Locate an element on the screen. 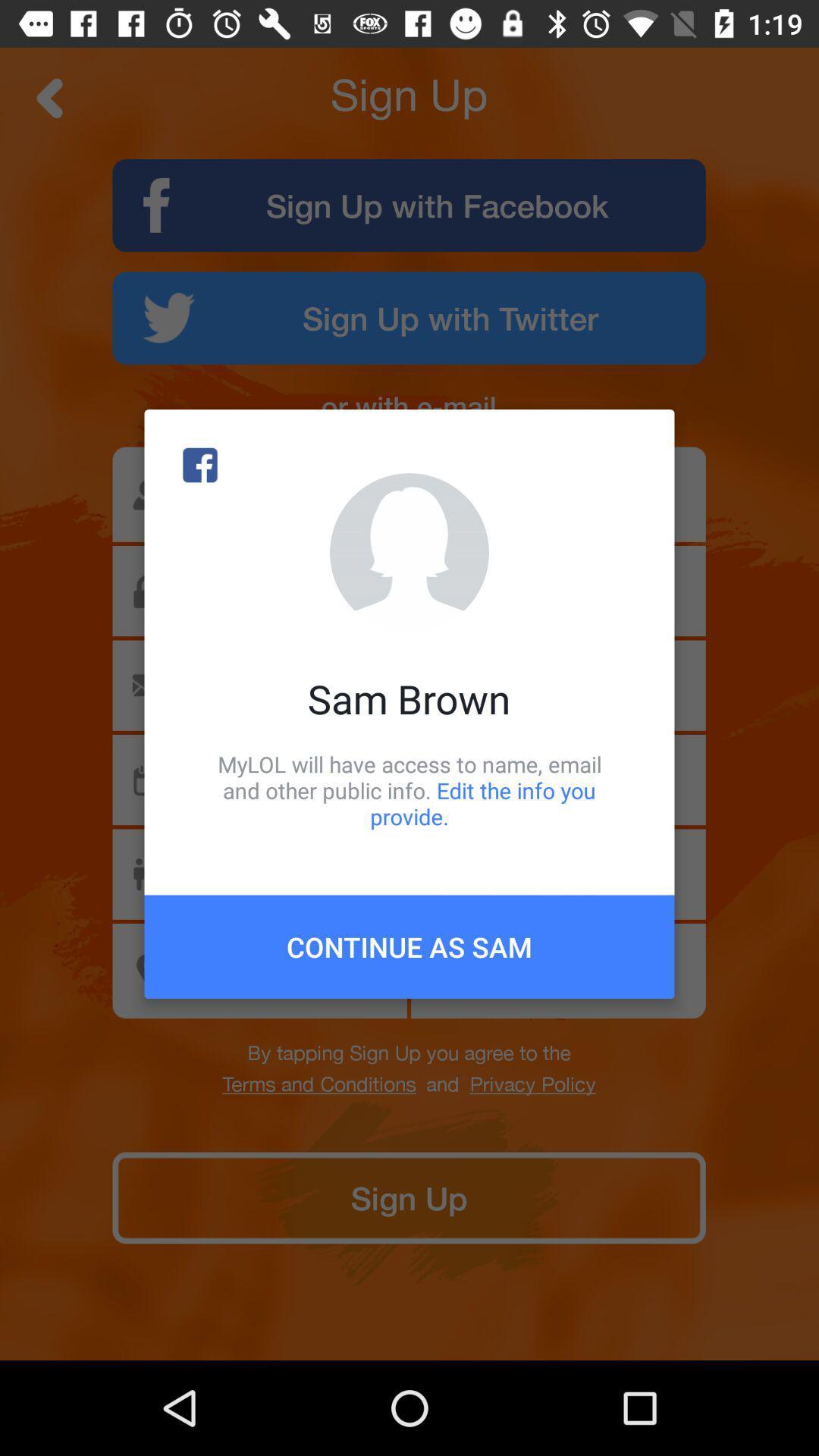 This screenshot has width=819, height=1456. the continue as sam item is located at coordinates (409, 946).